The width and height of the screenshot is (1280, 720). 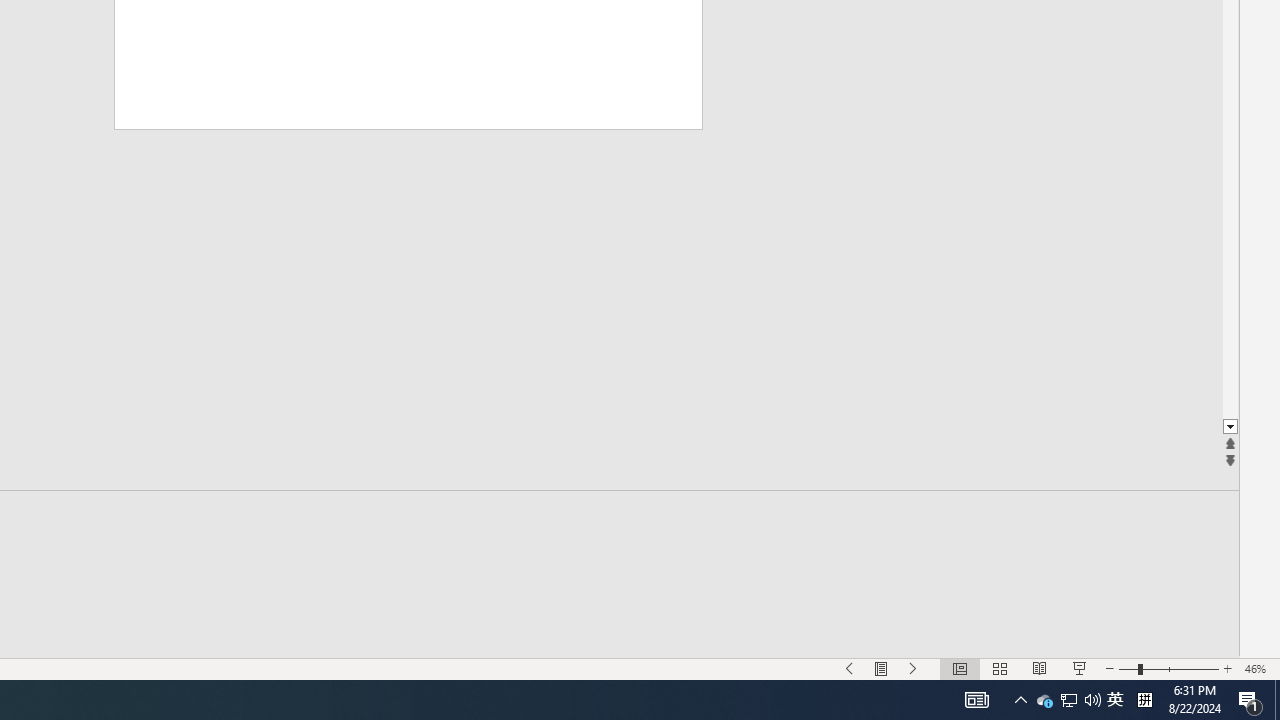 What do you see at coordinates (1229, 426) in the screenshot?
I see `'Line down'` at bounding box center [1229, 426].